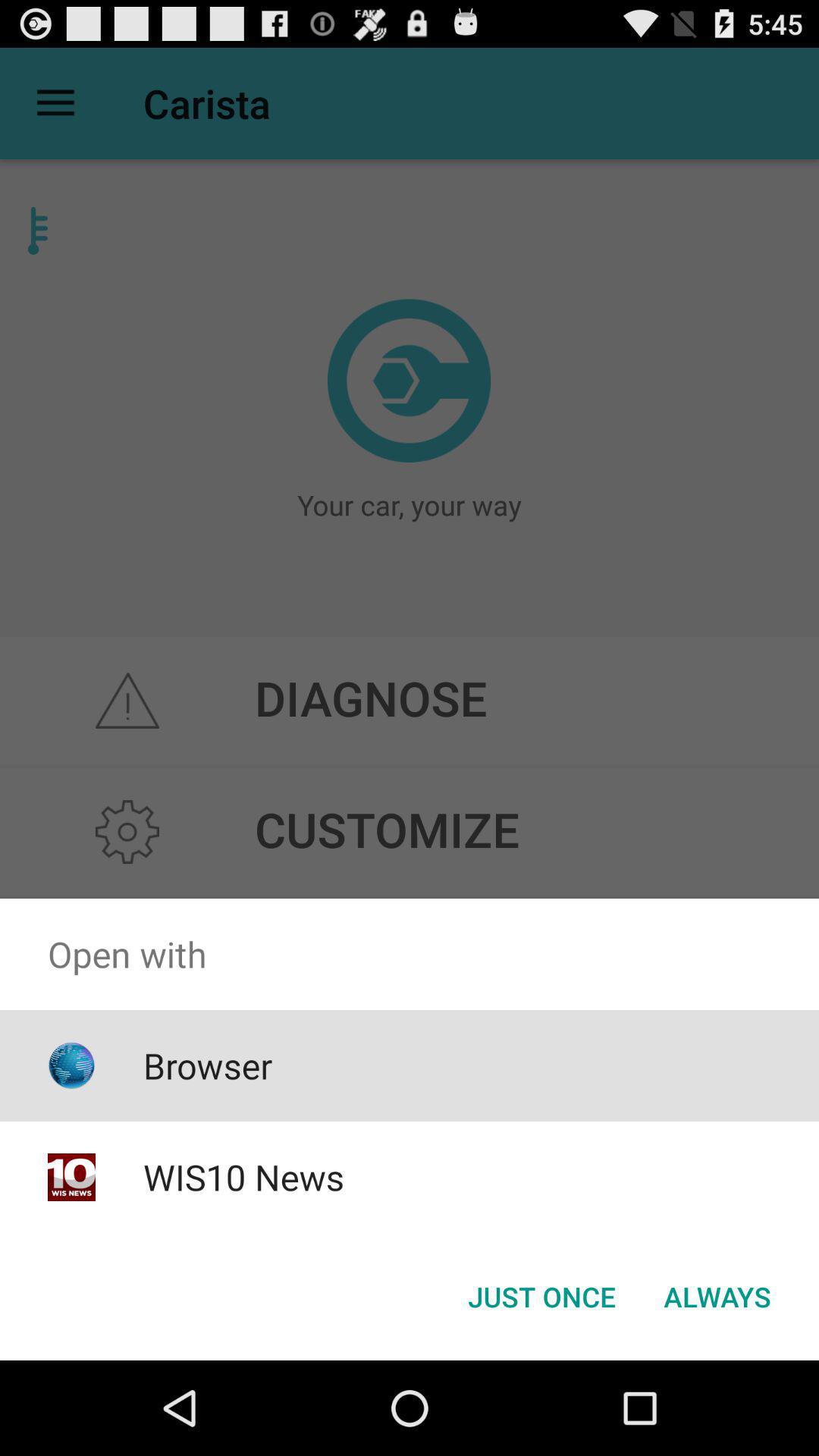 The height and width of the screenshot is (1456, 819). I want to click on the app below the open with, so click(541, 1295).